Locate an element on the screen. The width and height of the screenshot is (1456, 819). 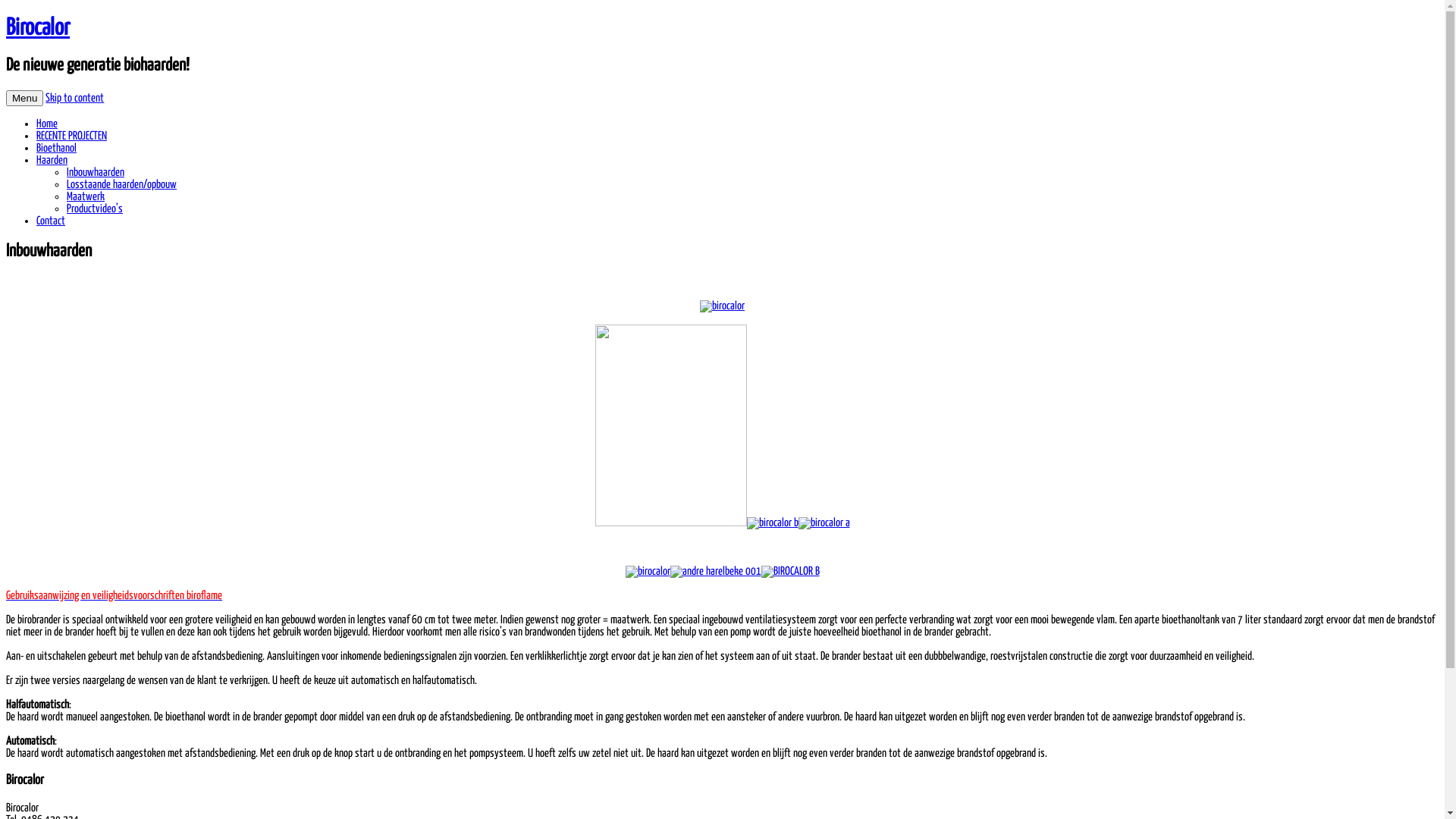
'RECENTE PROJECTEN' is located at coordinates (36, 135).